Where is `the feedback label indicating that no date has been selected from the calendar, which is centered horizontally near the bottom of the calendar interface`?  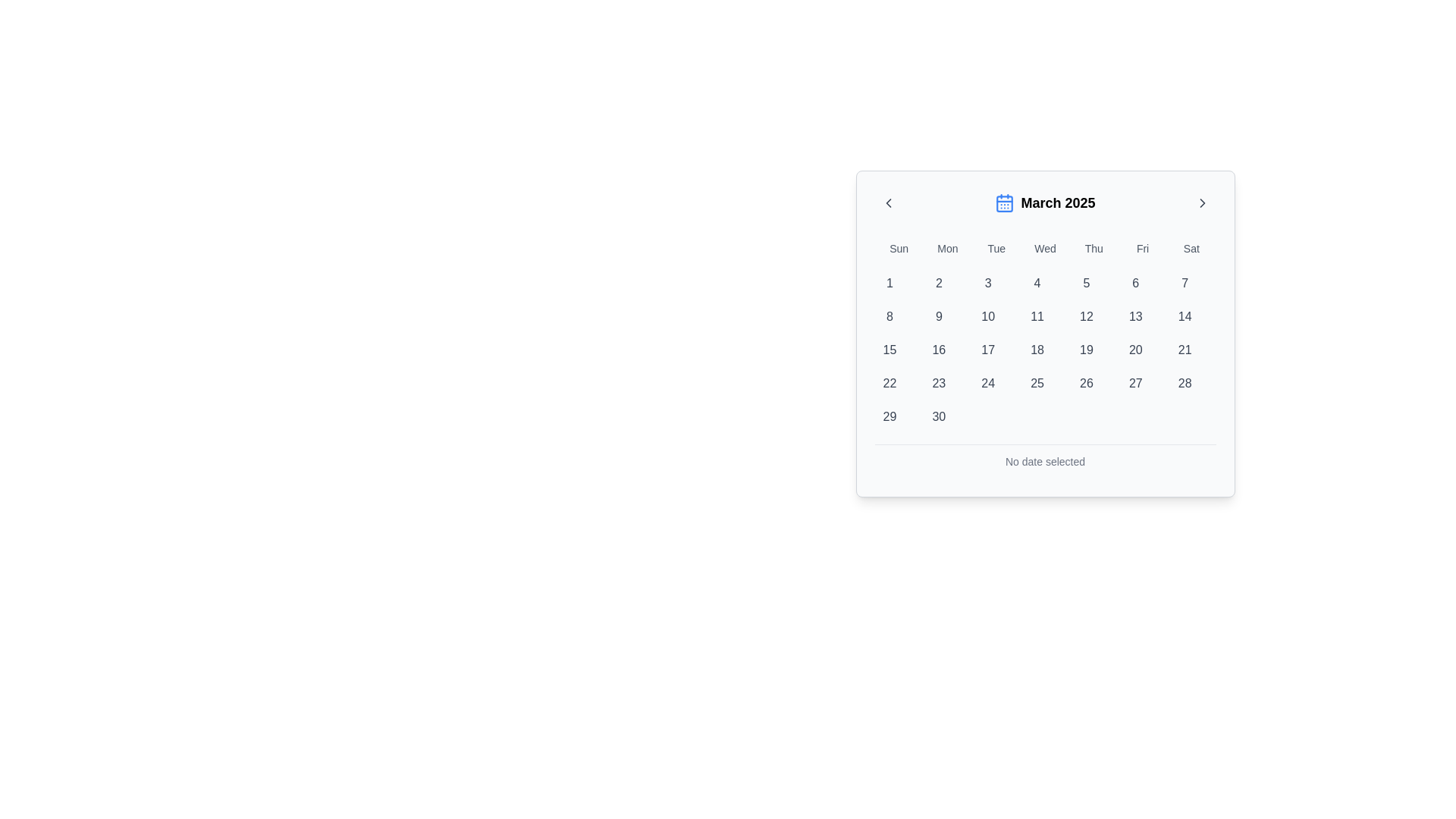 the feedback label indicating that no date has been selected from the calendar, which is centered horizontally near the bottom of the calendar interface is located at coordinates (1044, 461).